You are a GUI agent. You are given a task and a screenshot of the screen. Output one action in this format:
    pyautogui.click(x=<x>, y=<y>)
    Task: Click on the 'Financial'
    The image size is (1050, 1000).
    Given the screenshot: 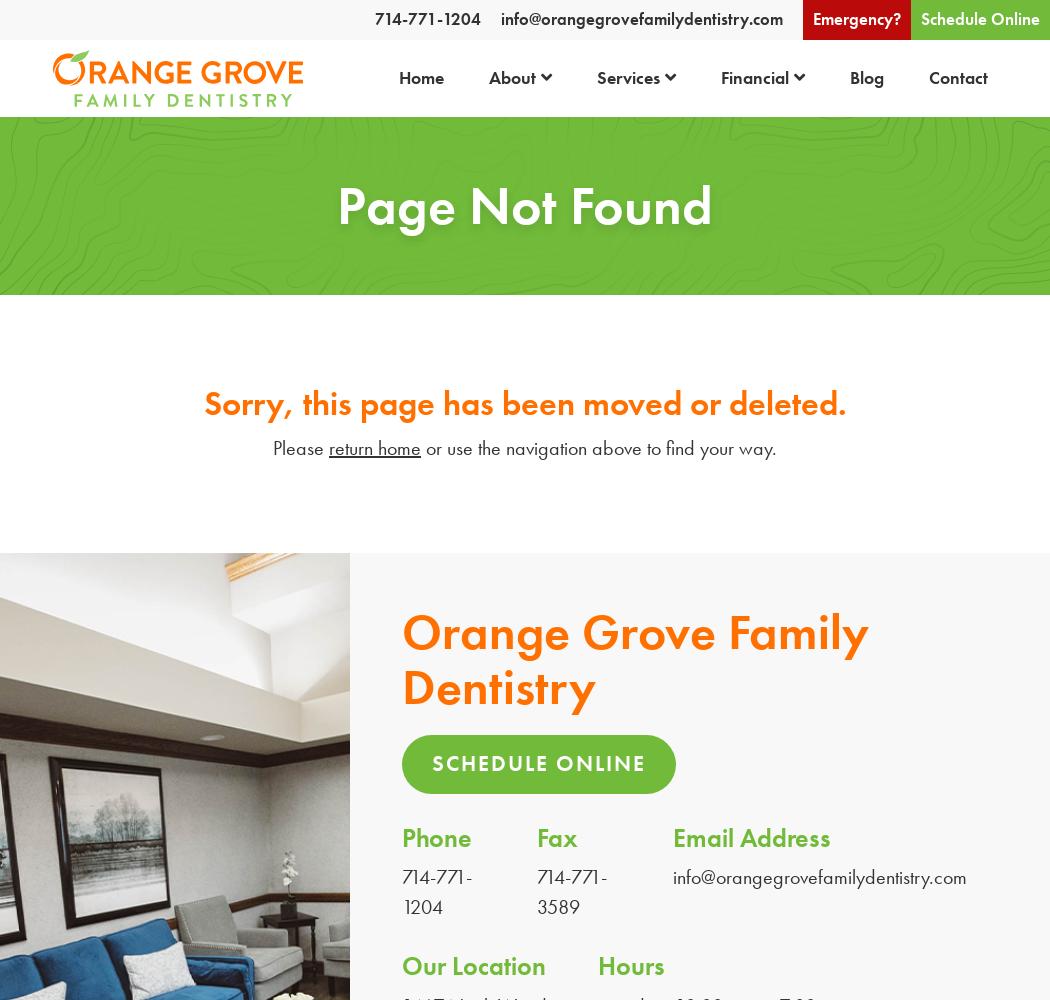 What is the action you would take?
    pyautogui.click(x=754, y=76)
    